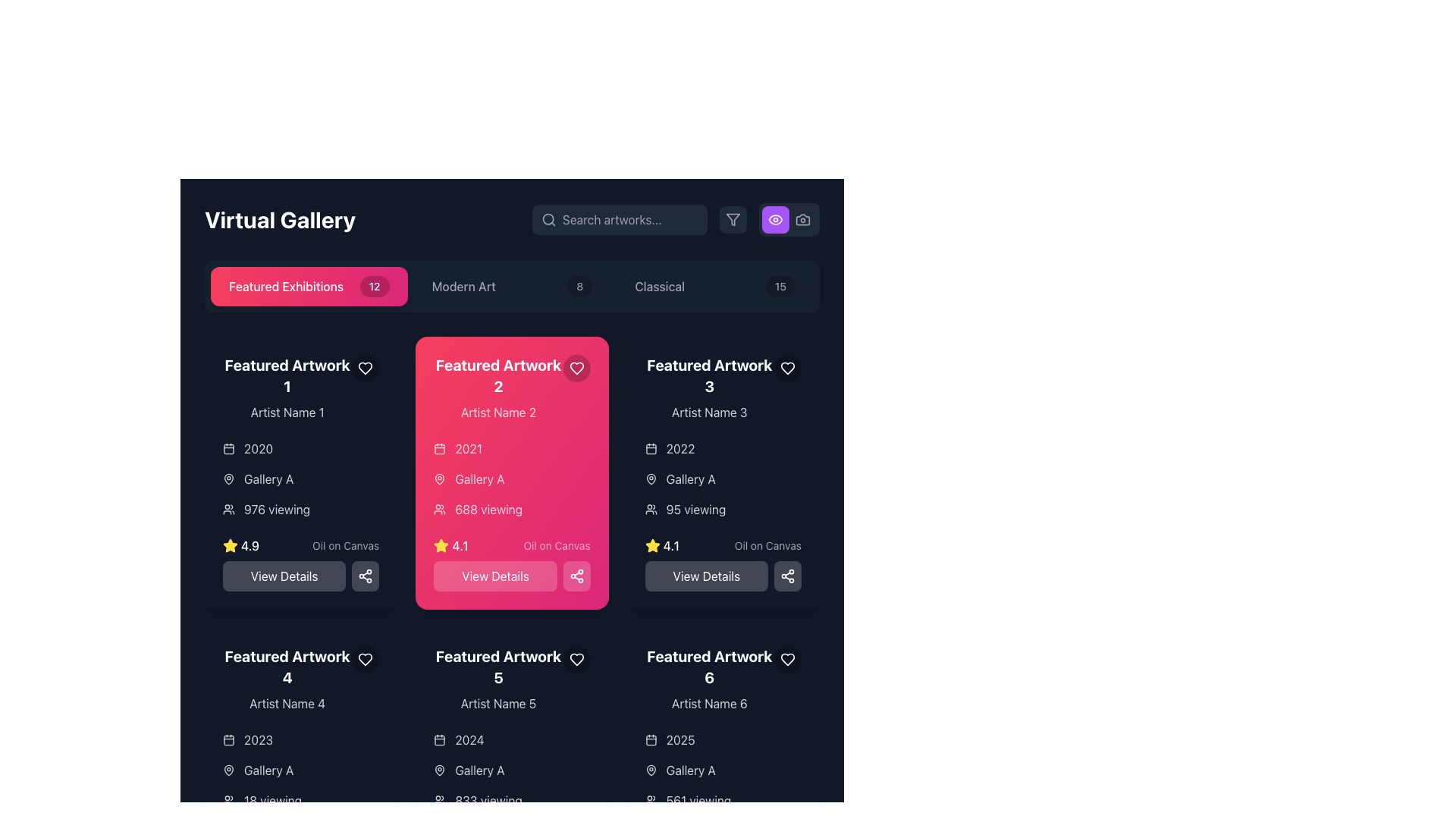 This screenshot has width=1456, height=819. I want to click on the text label displaying the value '4.9' in bold, white font, located in the bottom-left section of the card labeled 'Featured Artwork 1', adjacent to a yellow star icon, so click(240, 546).